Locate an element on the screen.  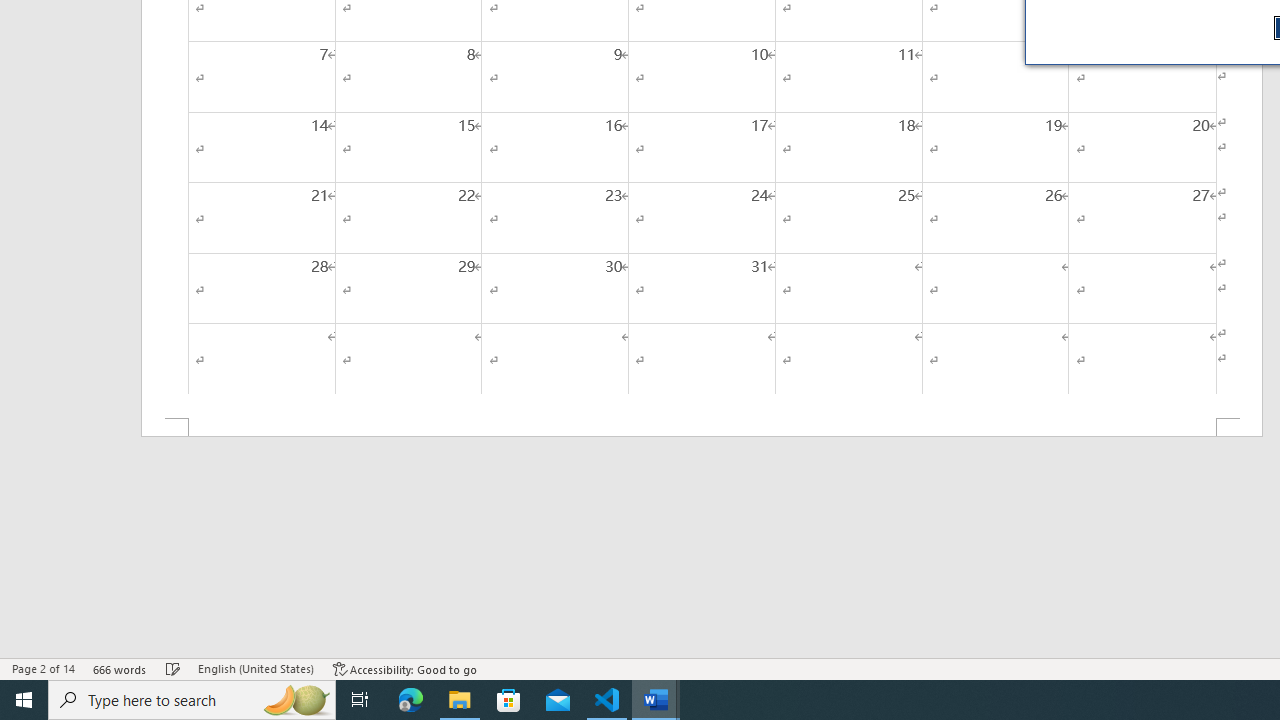
'Language English (United States)' is located at coordinates (255, 669).